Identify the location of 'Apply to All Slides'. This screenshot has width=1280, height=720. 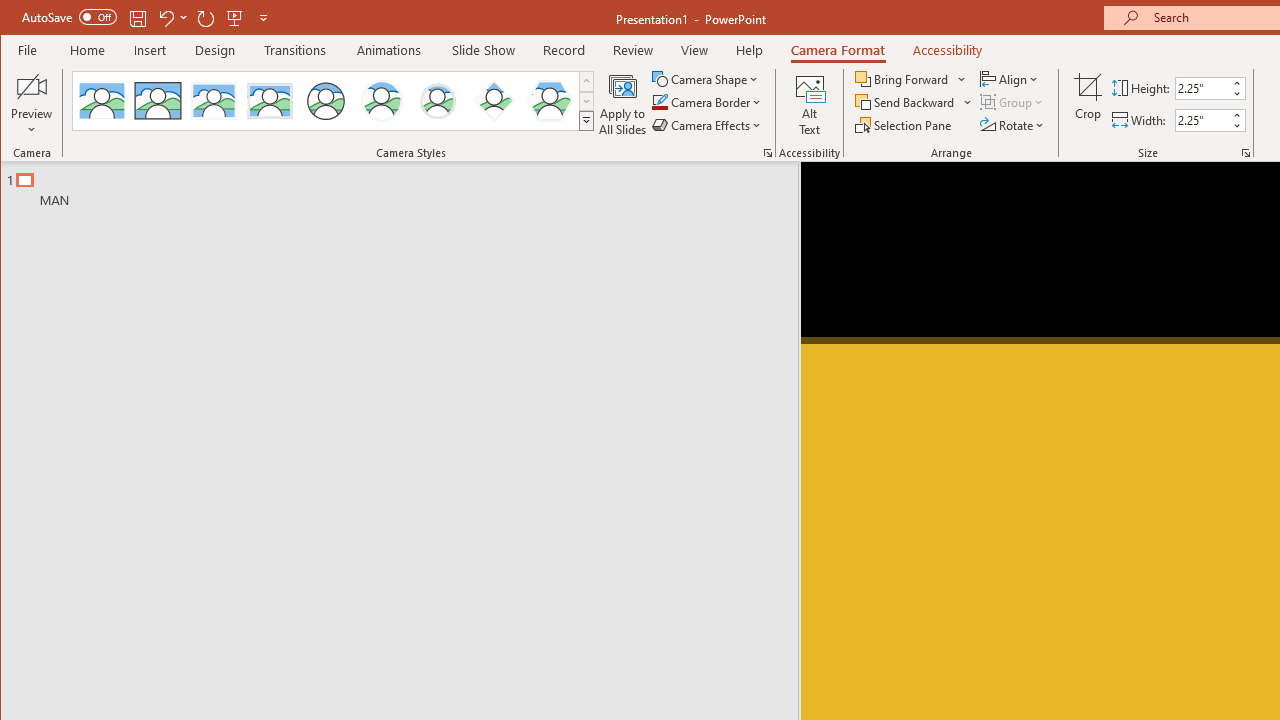
(621, 104).